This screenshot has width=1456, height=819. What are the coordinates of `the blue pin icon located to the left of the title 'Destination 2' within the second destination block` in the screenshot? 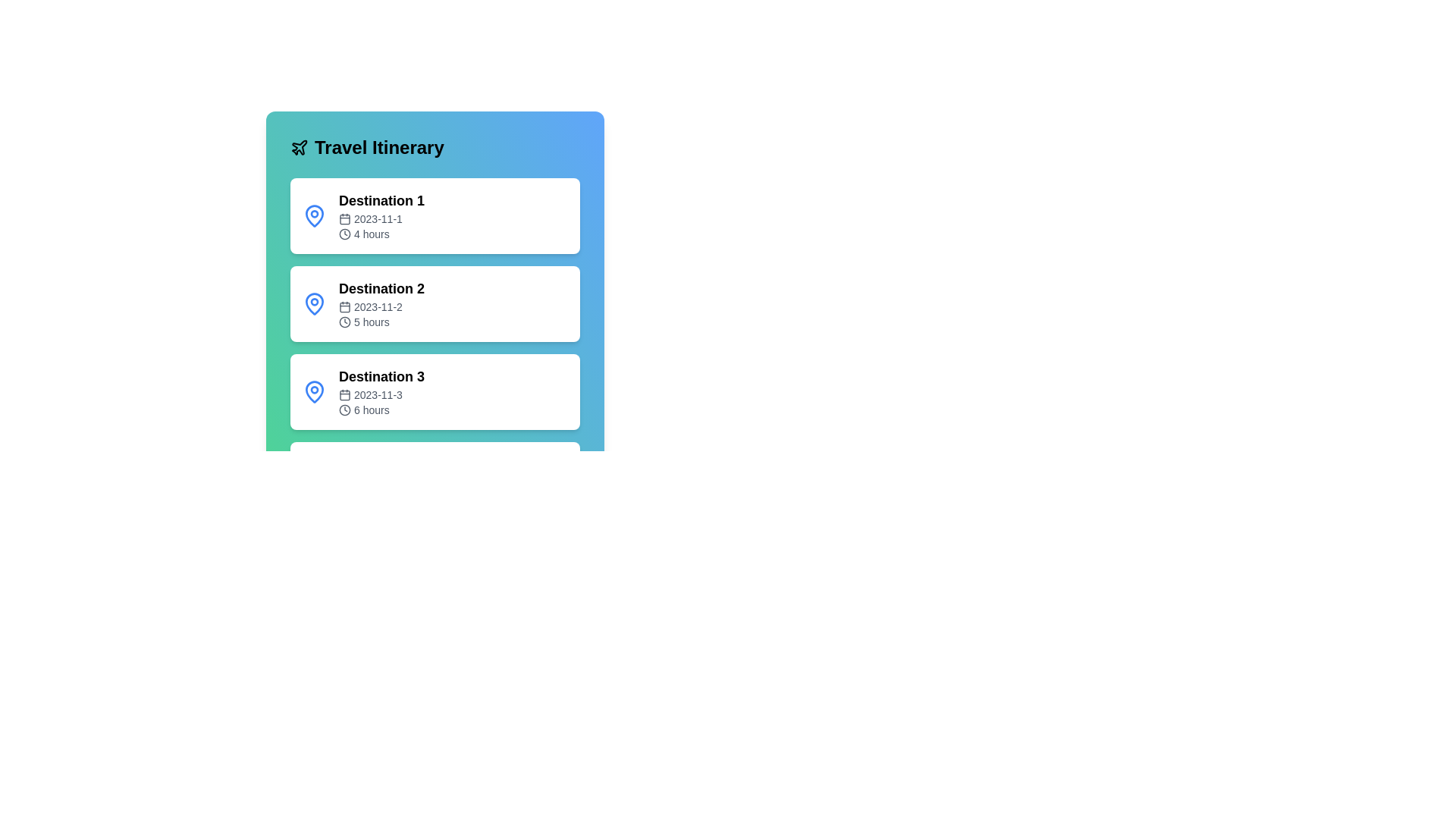 It's located at (313, 303).